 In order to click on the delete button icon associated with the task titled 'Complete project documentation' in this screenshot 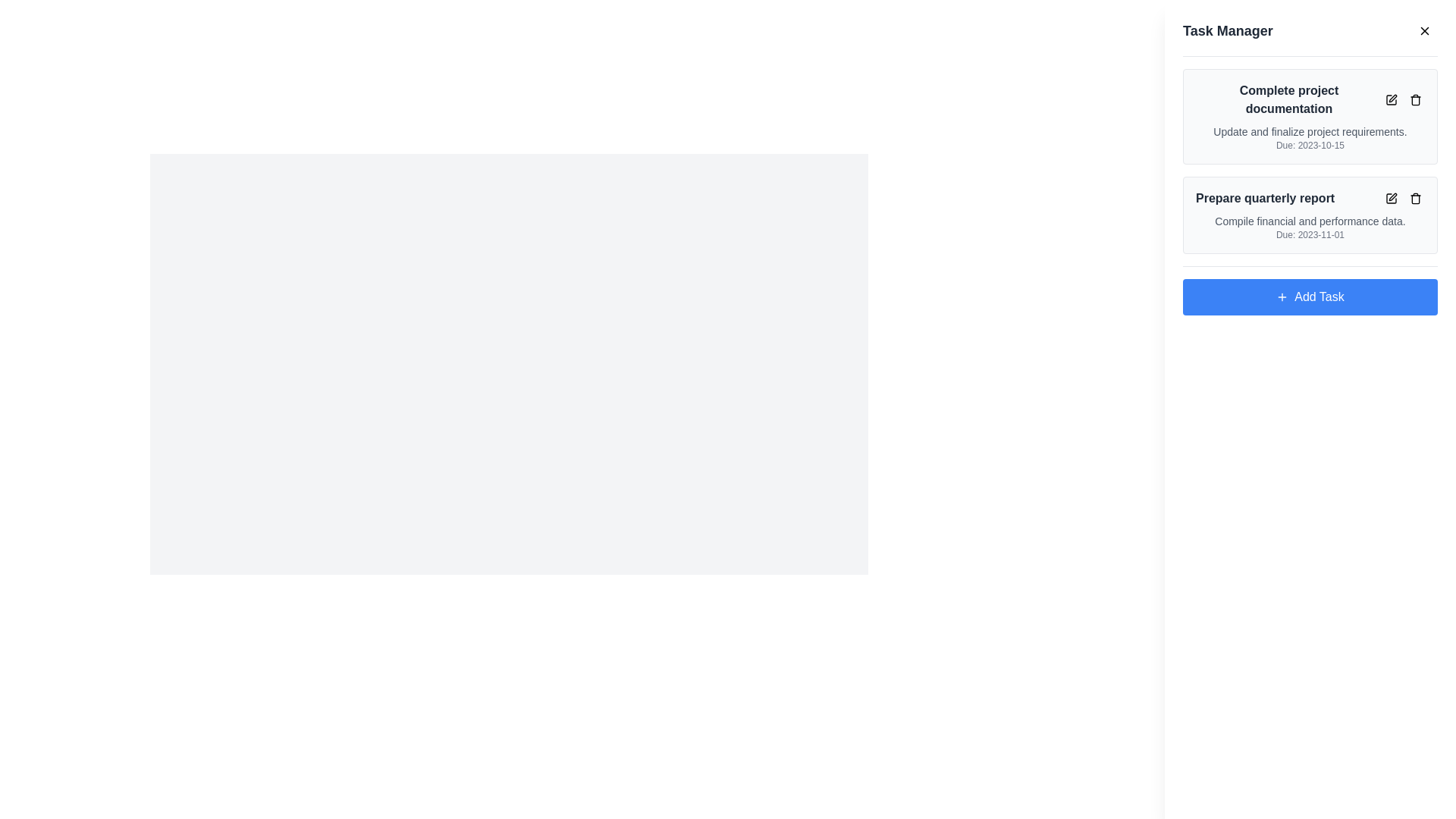, I will do `click(1415, 99)`.